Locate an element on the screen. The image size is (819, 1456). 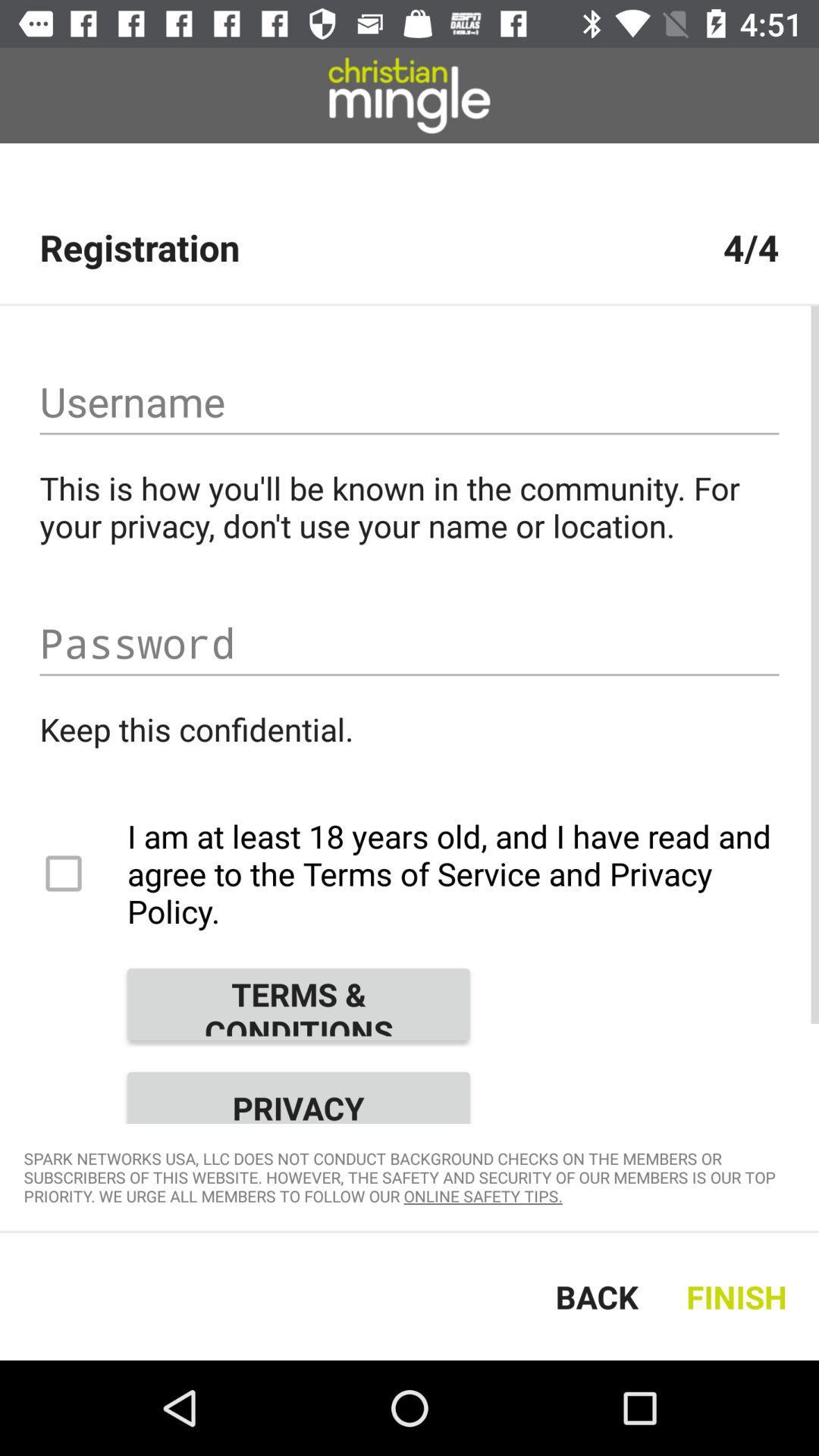
the terms & conditions is located at coordinates (298, 1004).